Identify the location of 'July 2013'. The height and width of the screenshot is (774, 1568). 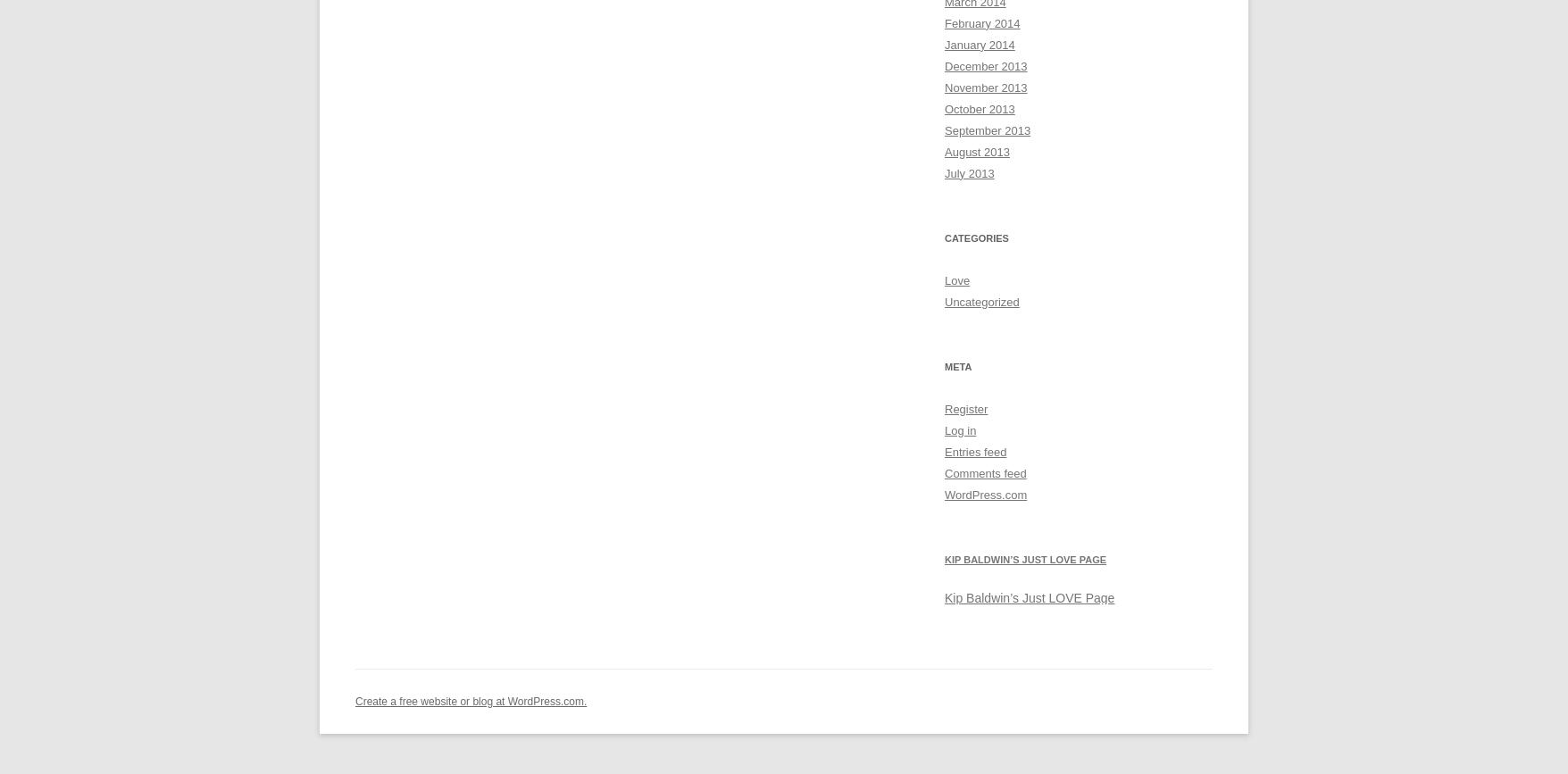
(968, 172).